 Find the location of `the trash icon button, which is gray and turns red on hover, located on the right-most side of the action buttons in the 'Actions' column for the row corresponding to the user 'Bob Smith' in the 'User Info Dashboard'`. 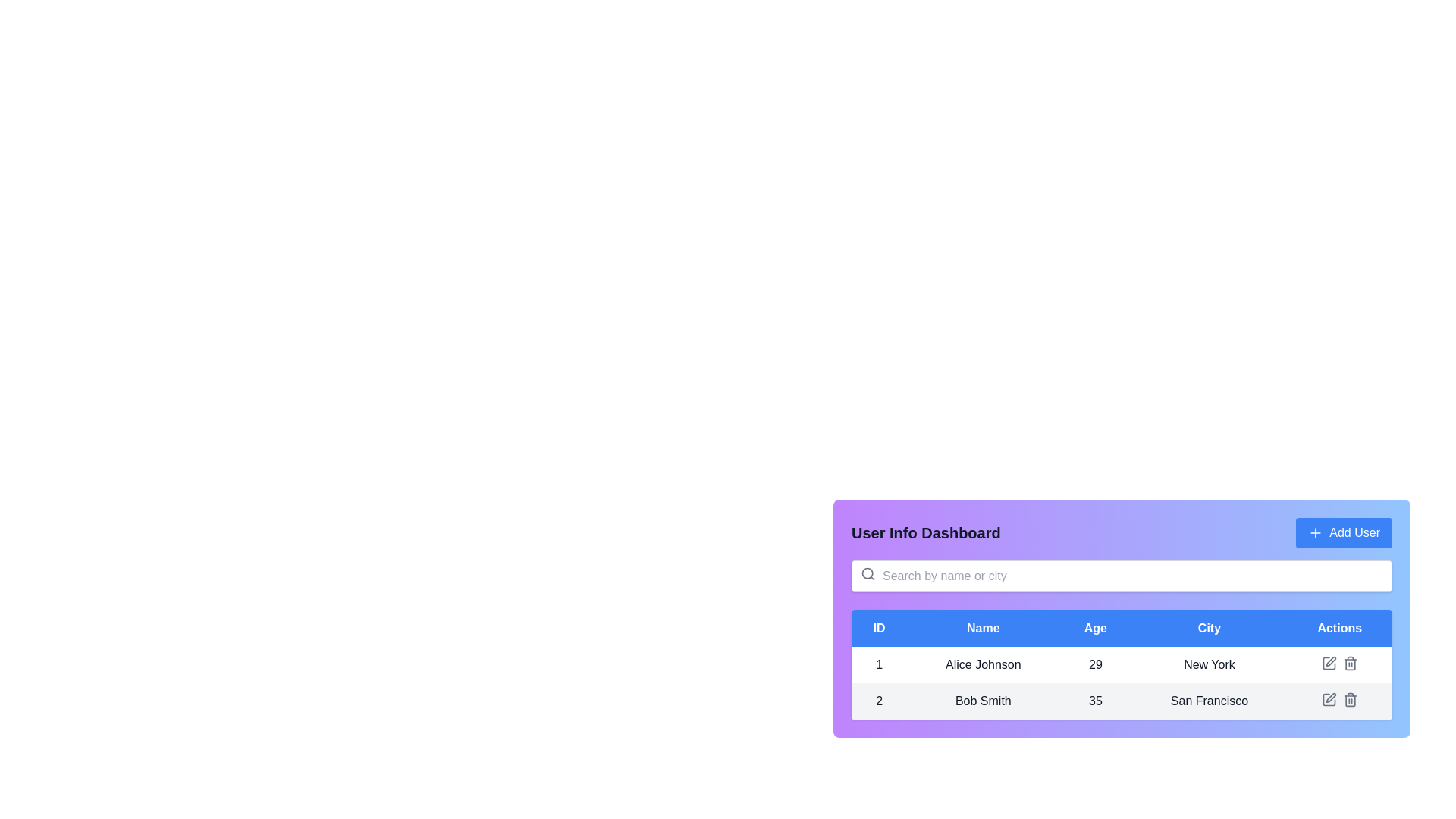

the trash icon button, which is gray and turns red on hover, located on the right-most side of the action buttons in the 'Actions' column for the row corresponding to the user 'Bob Smith' in the 'User Info Dashboard' is located at coordinates (1350, 699).